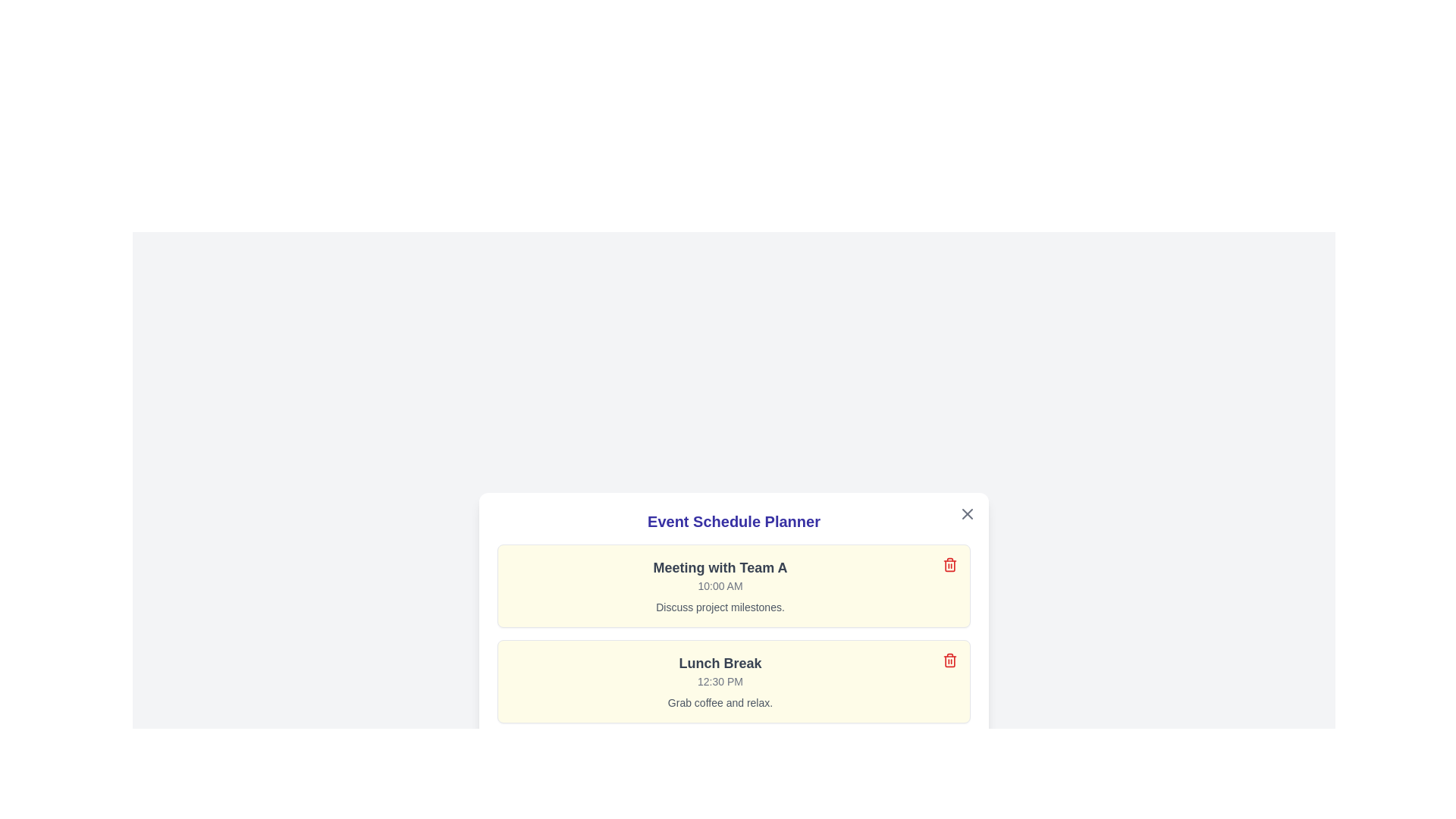 The image size is (1456, 819). What do you see at coordinates (720, 663) in the screenshot?
I see `the 'Lunch Break' header label, which is styled with a bold font in dark gray on a light cream background, located in the lower section of the 'Event Schedule Planner' interface` at bounding box center [720, 663].